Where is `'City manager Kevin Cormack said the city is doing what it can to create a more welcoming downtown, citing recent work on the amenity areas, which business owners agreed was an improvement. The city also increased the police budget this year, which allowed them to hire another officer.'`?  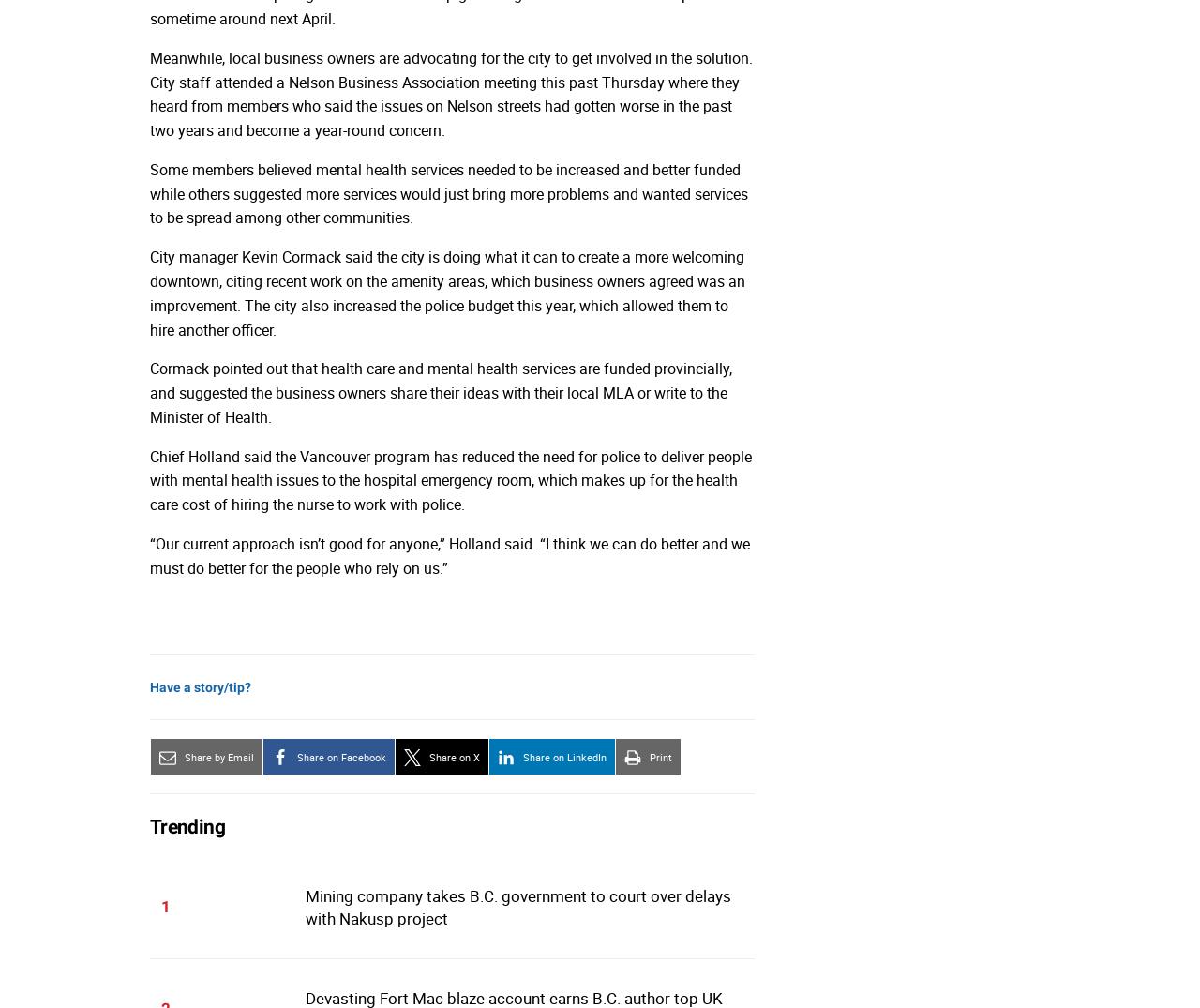 'City manager Kevin Cormack said the city is doing what it can to create a more welcoming downtown, citing recent work on the amenity areas, which business owners agreed was an improvement. The city also increased the police budget this year, which allowed them to hire another officer.' is located at coordinates (446, 292).